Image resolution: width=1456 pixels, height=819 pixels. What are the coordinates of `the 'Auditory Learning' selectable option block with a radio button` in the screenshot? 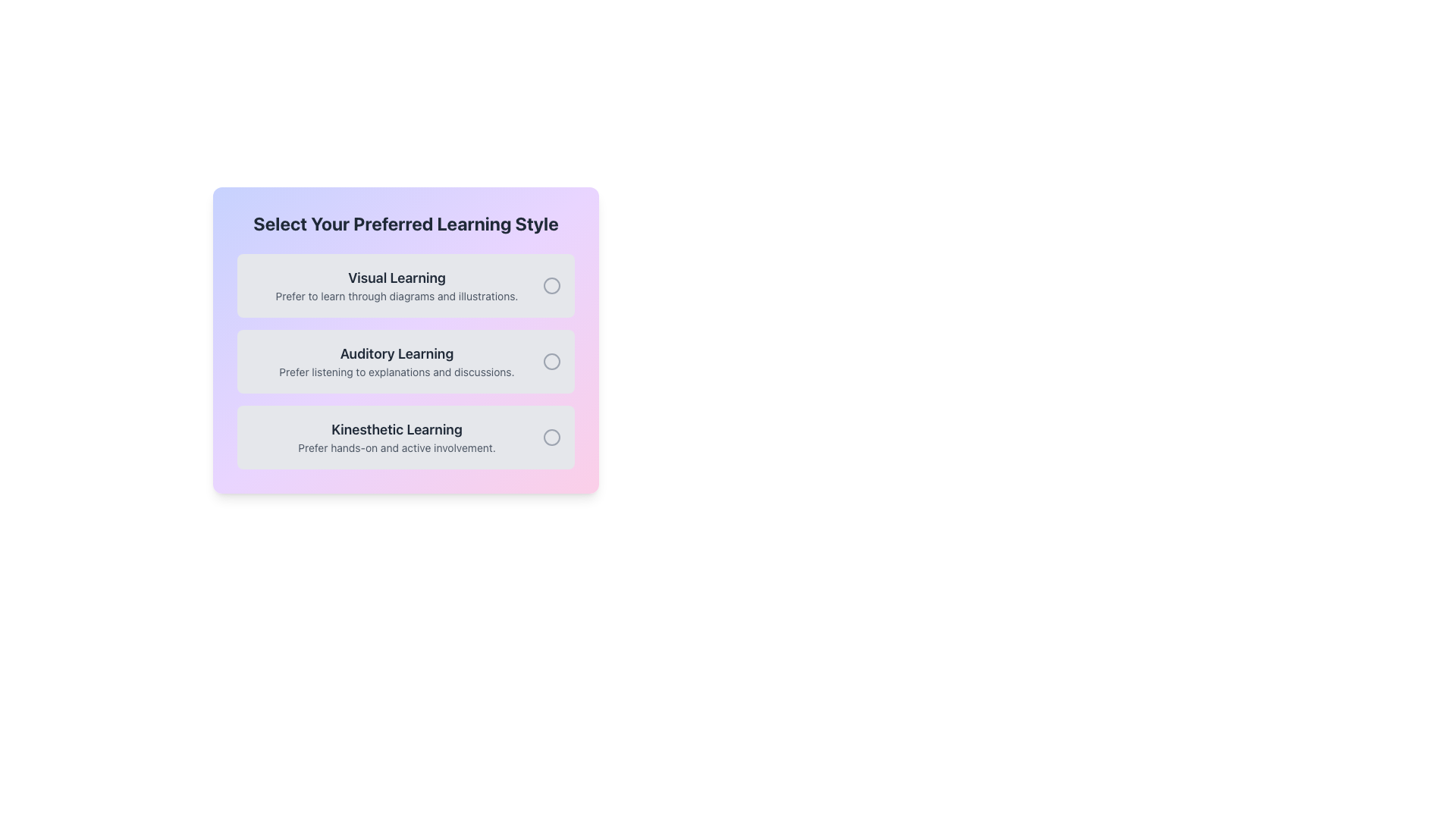 It's located at (406, 362).